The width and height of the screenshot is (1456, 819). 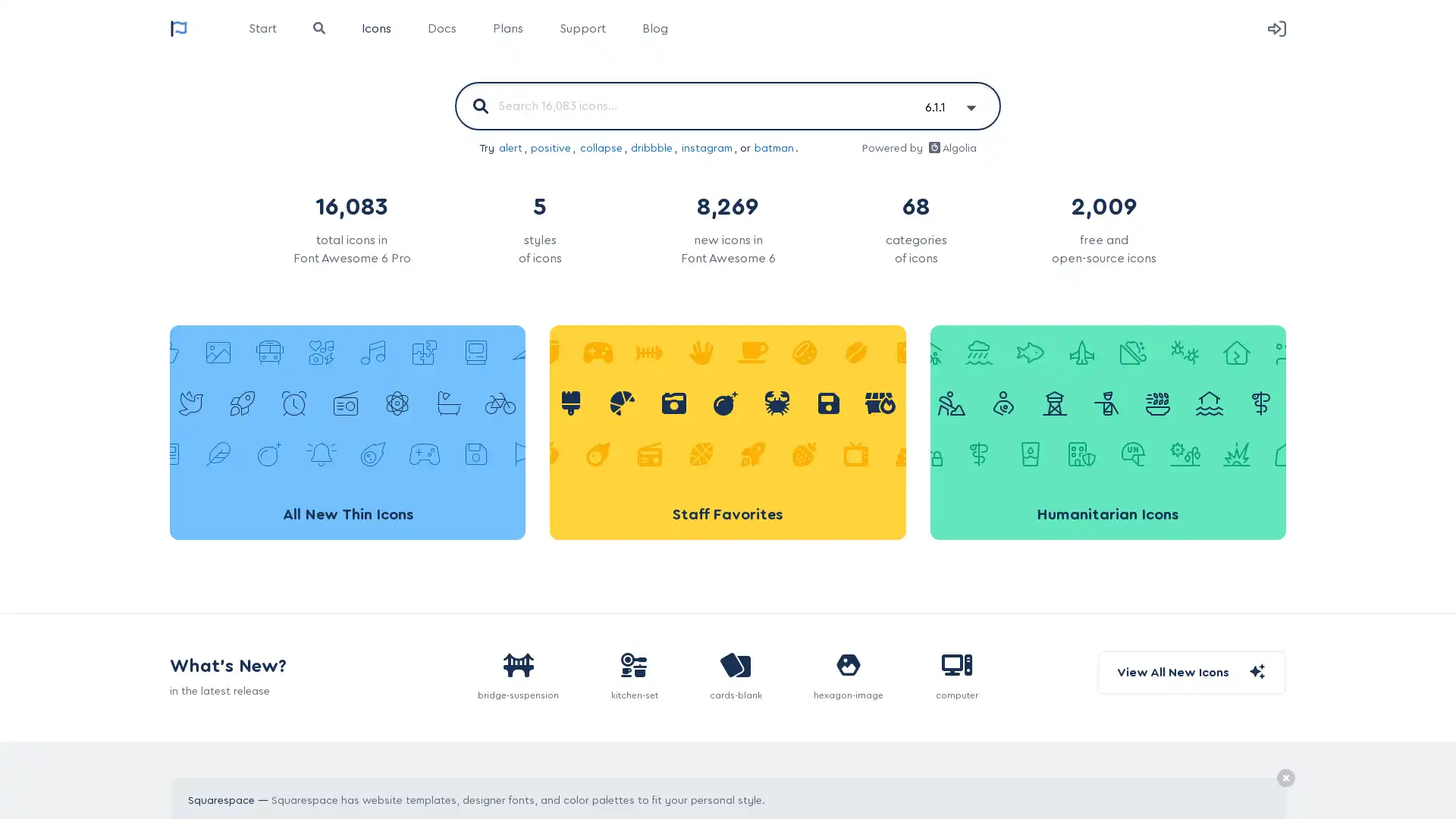 I want to click on Remove Ad, so click(x=1285, y=778).